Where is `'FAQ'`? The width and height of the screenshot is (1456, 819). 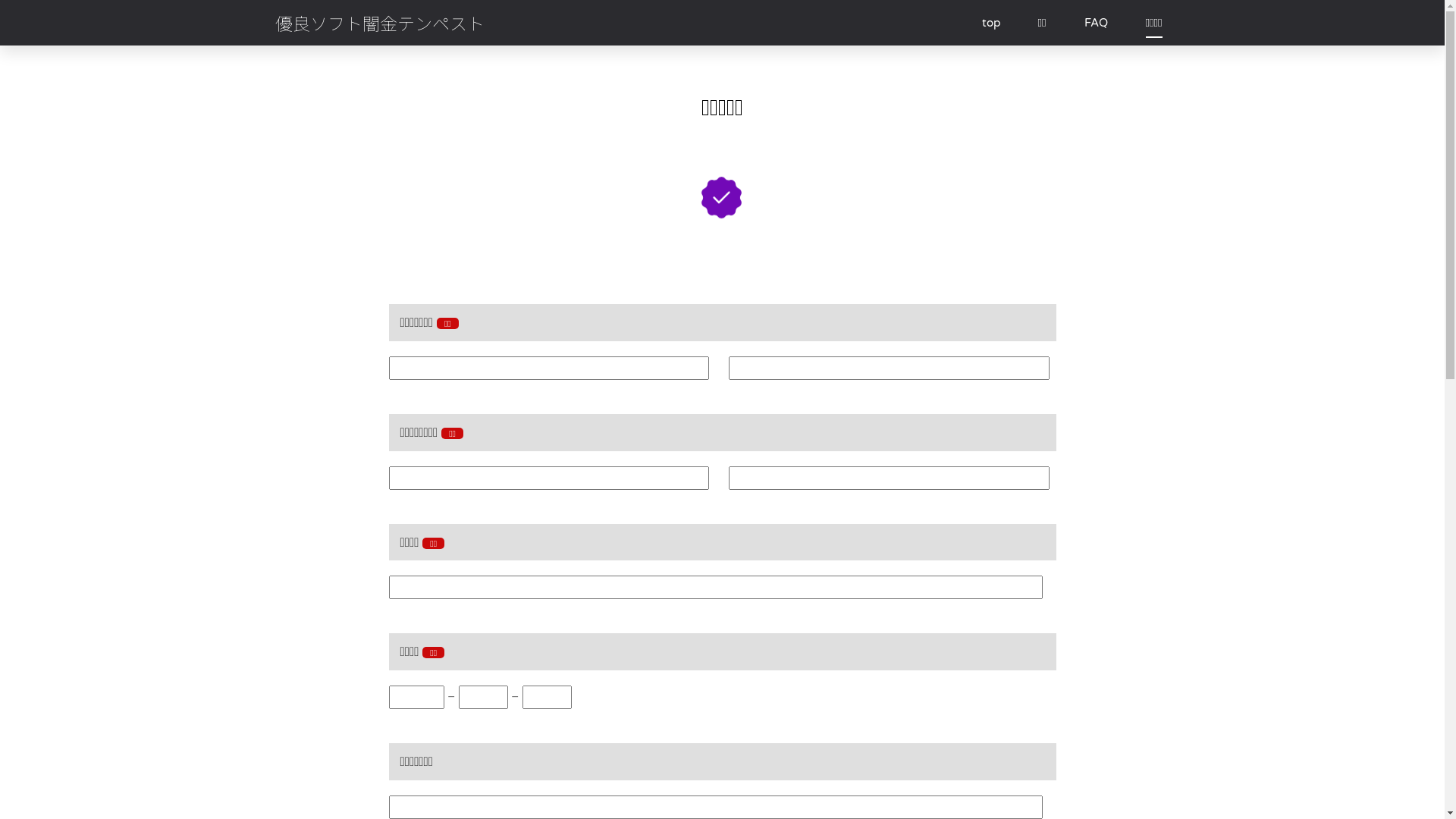 'FAQ' is located at coordinates (1096, 23).